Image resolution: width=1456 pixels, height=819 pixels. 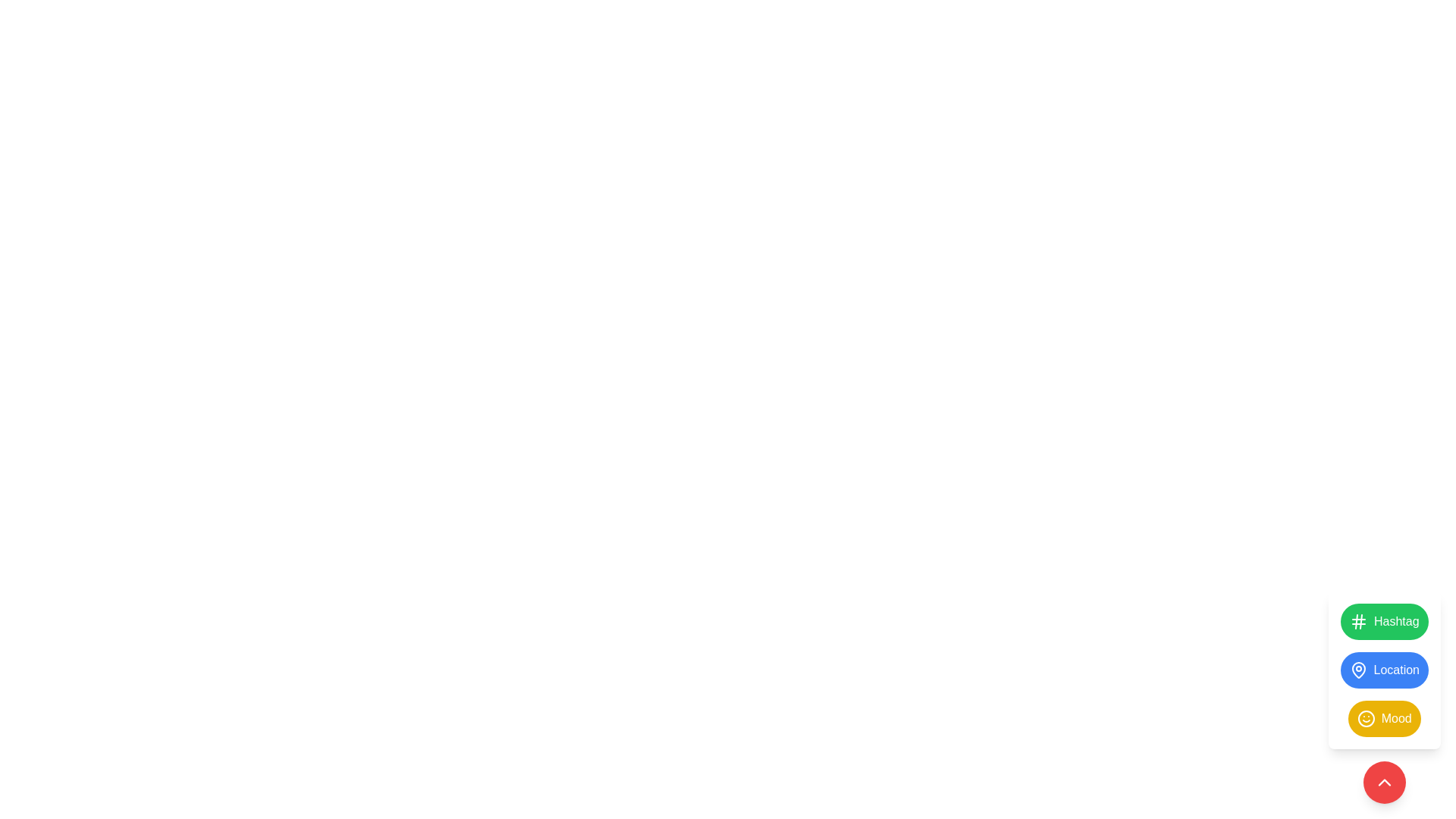 I want to click on the yellow rounded 'Mood' button with a smiley face icon, so click(x=1384, y=718).